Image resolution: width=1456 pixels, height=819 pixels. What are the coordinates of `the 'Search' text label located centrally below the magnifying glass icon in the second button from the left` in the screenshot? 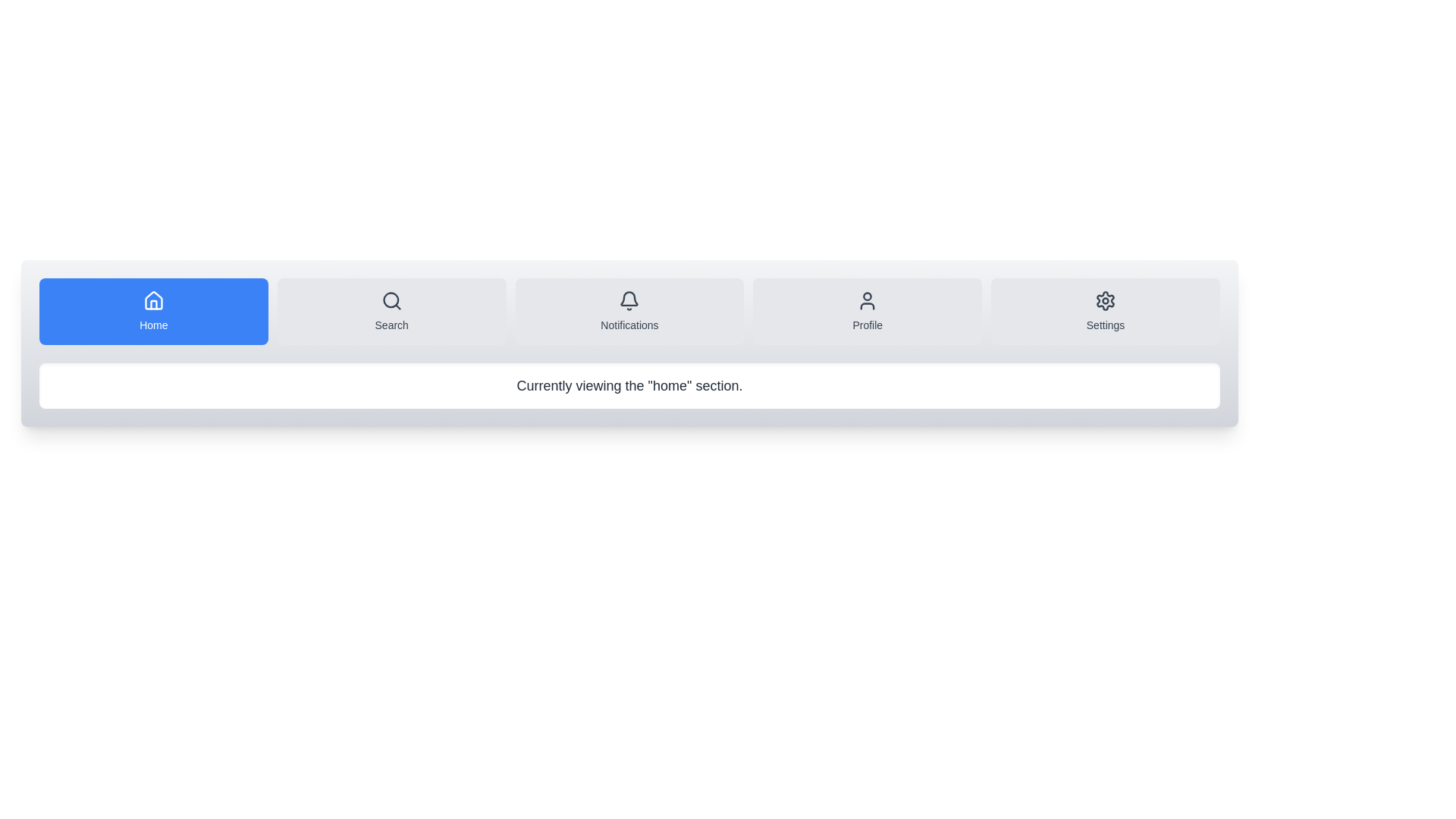 It's located at (391, 324).